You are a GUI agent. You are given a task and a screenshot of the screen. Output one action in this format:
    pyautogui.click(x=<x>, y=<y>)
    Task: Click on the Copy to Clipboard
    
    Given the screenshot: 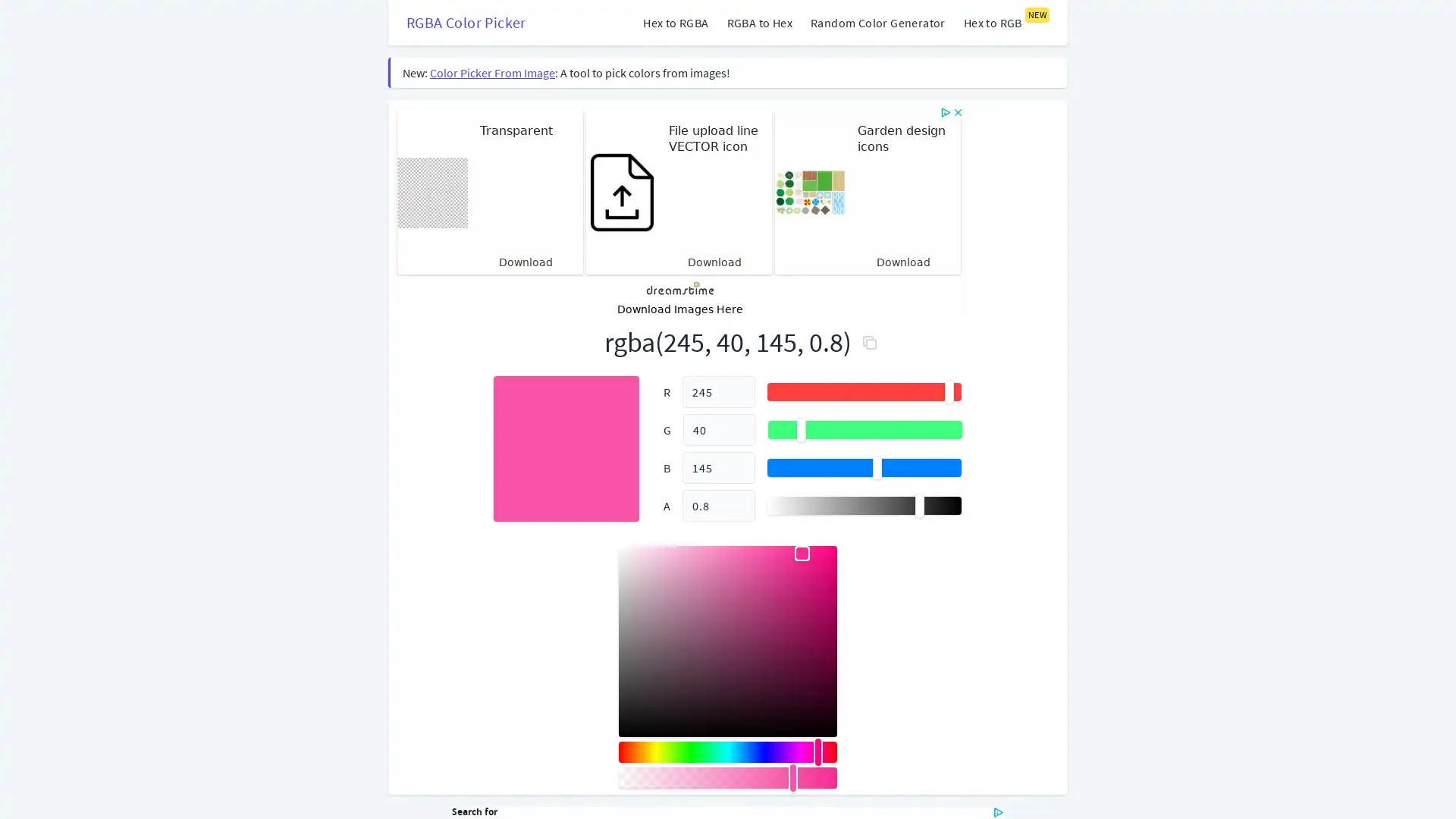 What is the action you would take?
    pyautogui.click(x=870, y=342)
    